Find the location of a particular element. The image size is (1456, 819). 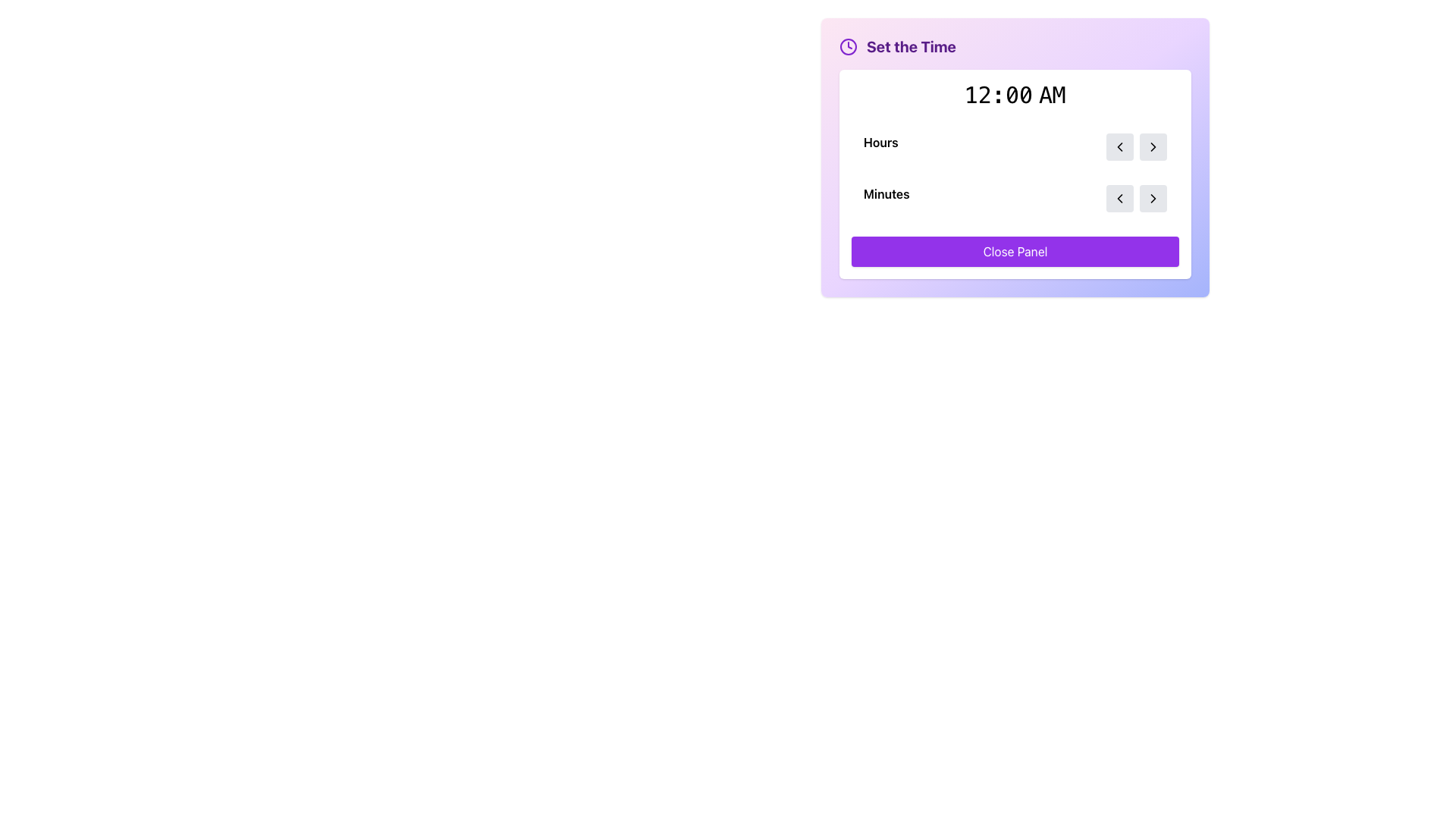

the left arrow button in the 'Minutes' section of the time-adjustment panel to decrease the displayed minute value is located at coordinates (1120, 198).